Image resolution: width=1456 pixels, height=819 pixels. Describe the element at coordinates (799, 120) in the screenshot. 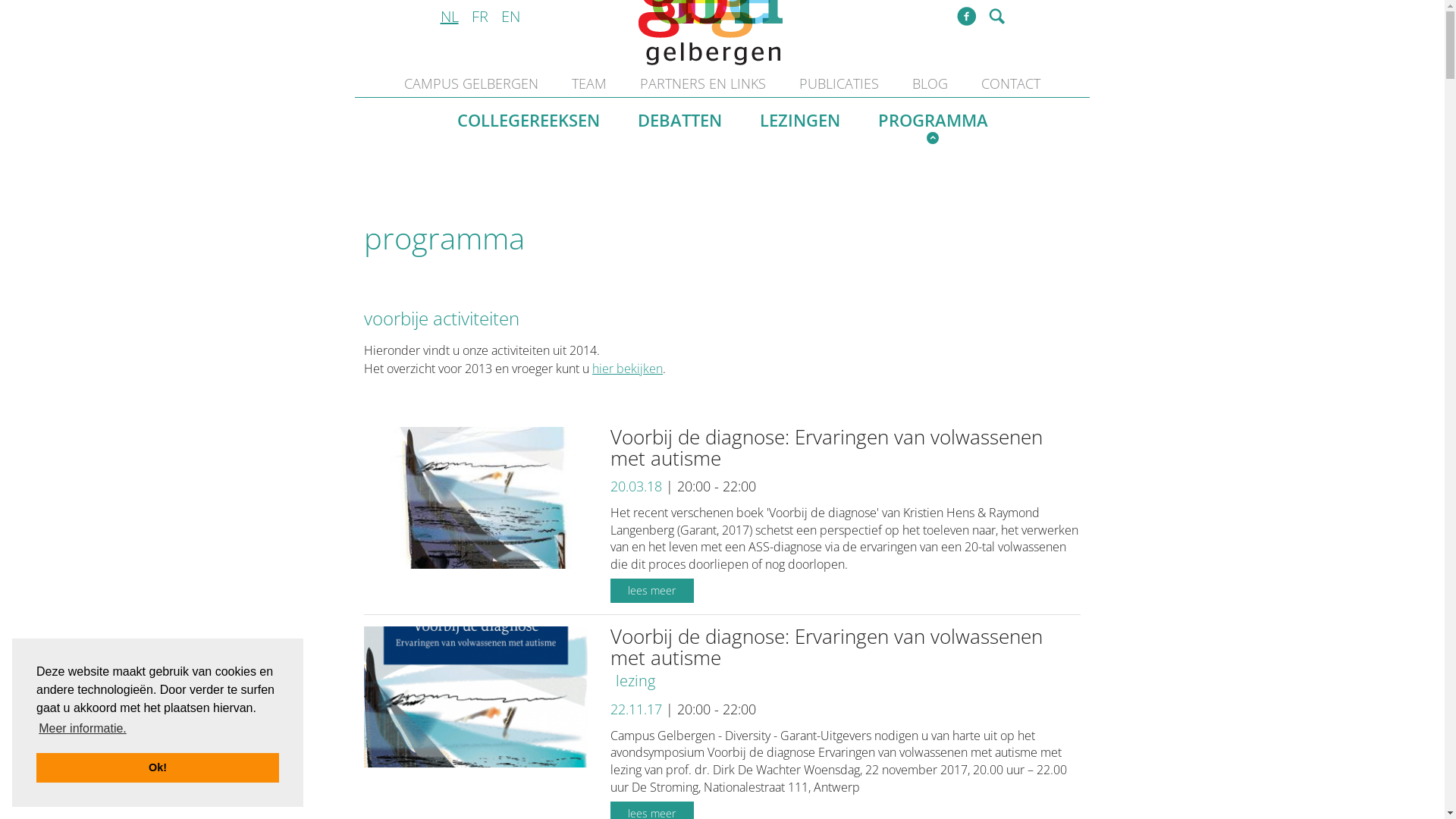

I see `'LEZINGEN'` at that location.